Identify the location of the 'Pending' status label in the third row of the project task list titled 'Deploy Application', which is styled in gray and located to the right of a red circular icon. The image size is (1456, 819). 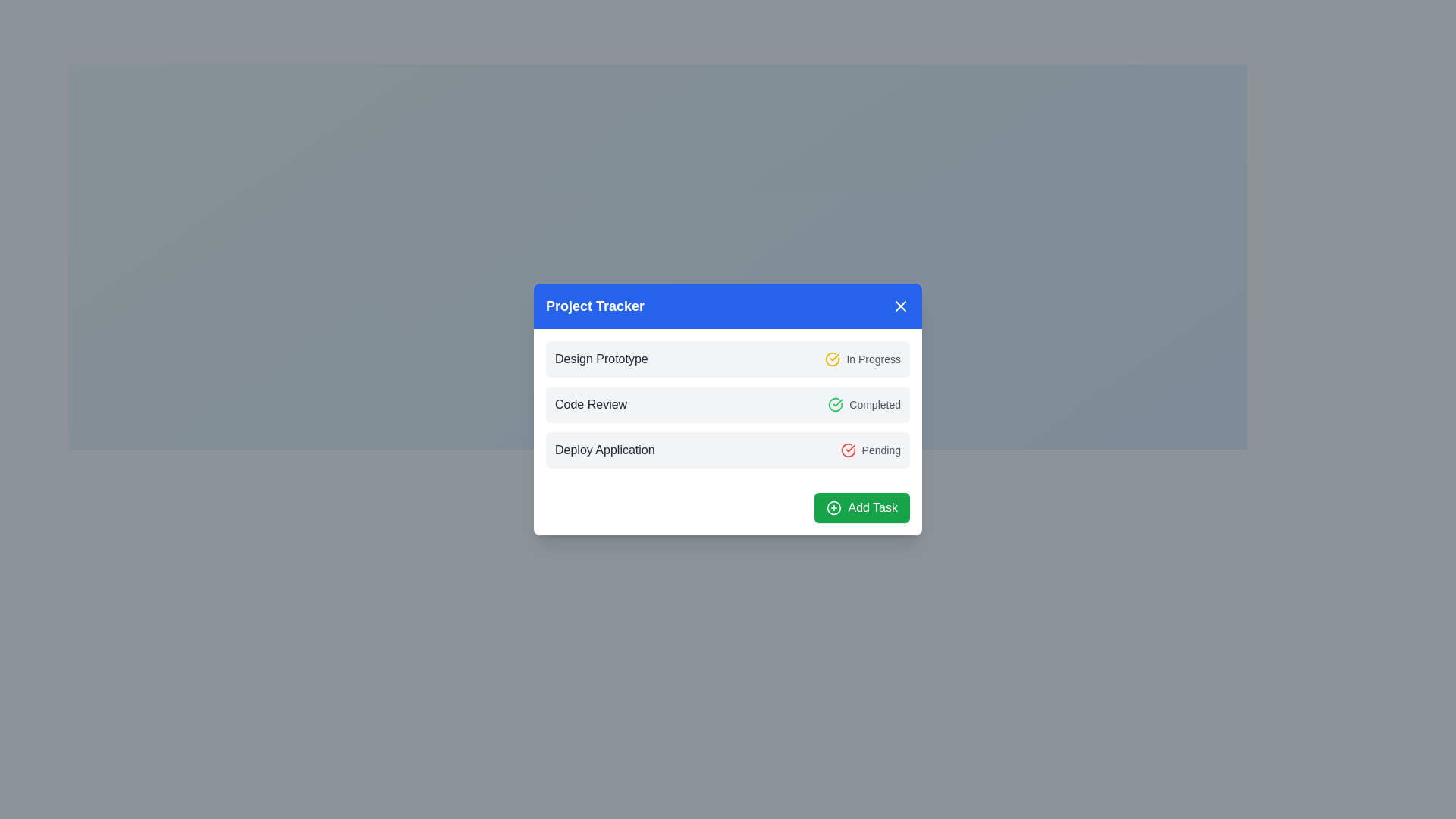
(881, 450).